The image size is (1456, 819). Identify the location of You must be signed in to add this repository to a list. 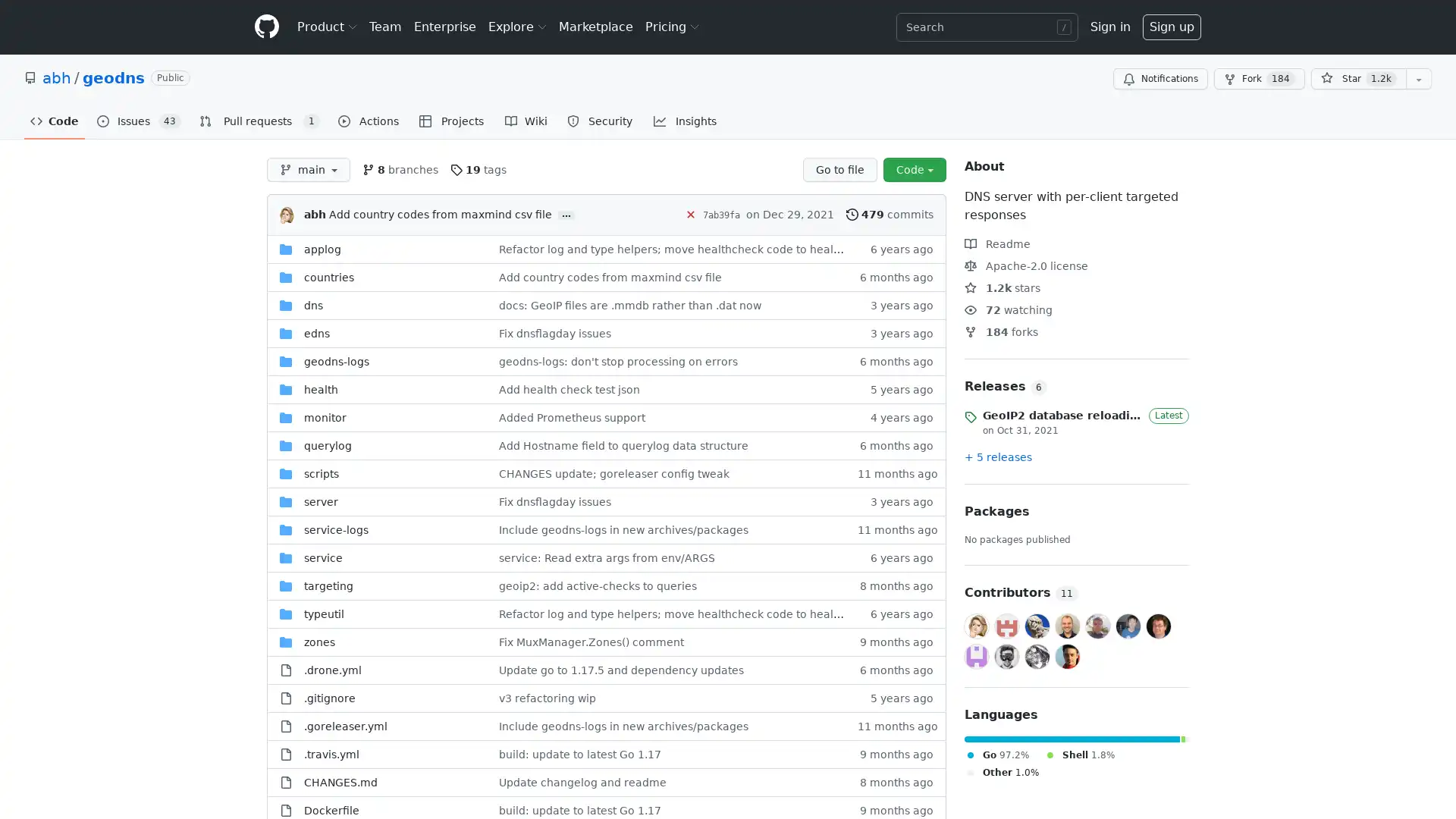
(1418, 79).